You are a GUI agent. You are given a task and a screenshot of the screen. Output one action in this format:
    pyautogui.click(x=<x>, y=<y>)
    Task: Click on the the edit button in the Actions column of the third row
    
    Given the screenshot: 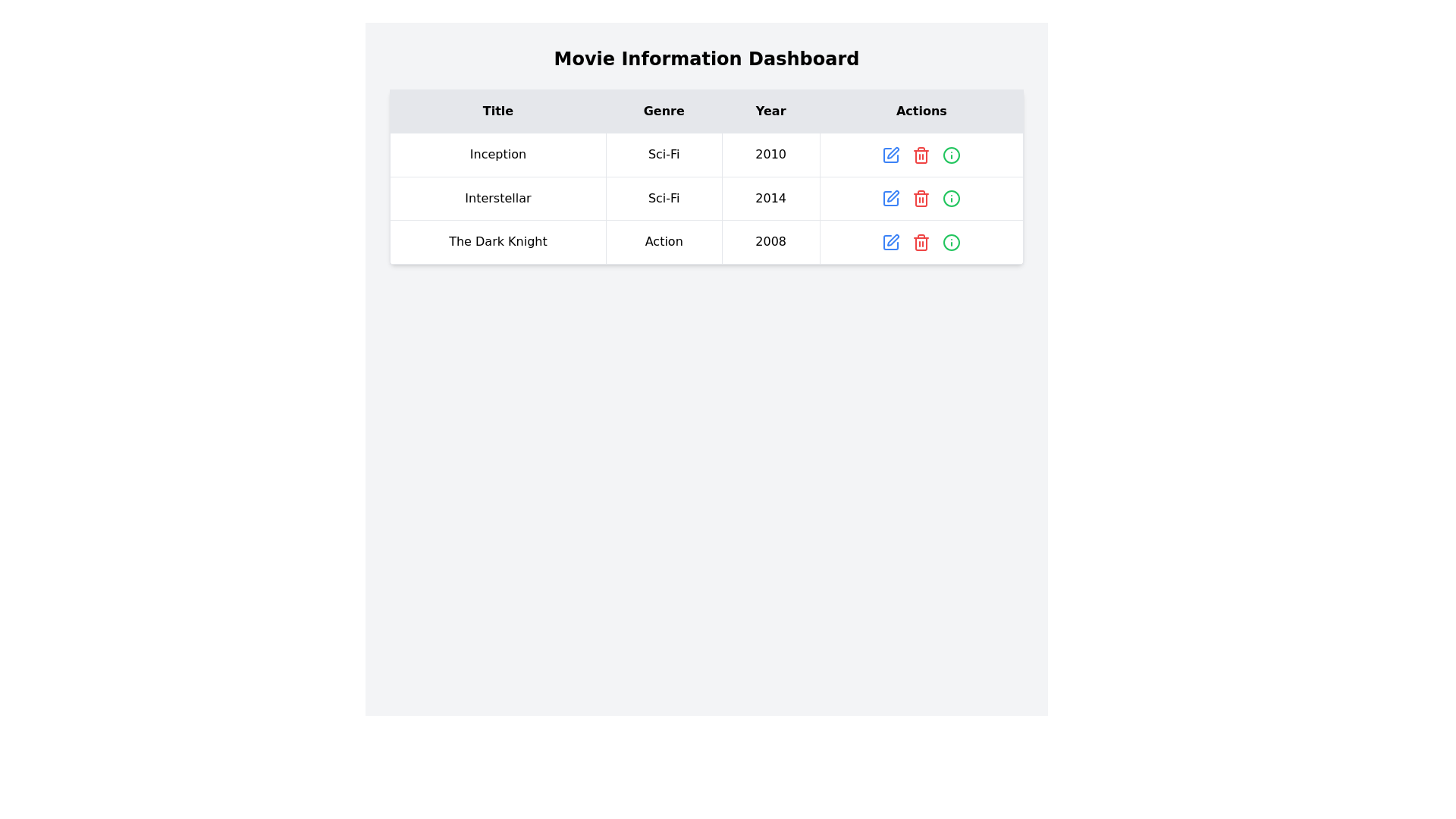 What is the action you would take?
    pyautogui.click(x=891, y=241)
    